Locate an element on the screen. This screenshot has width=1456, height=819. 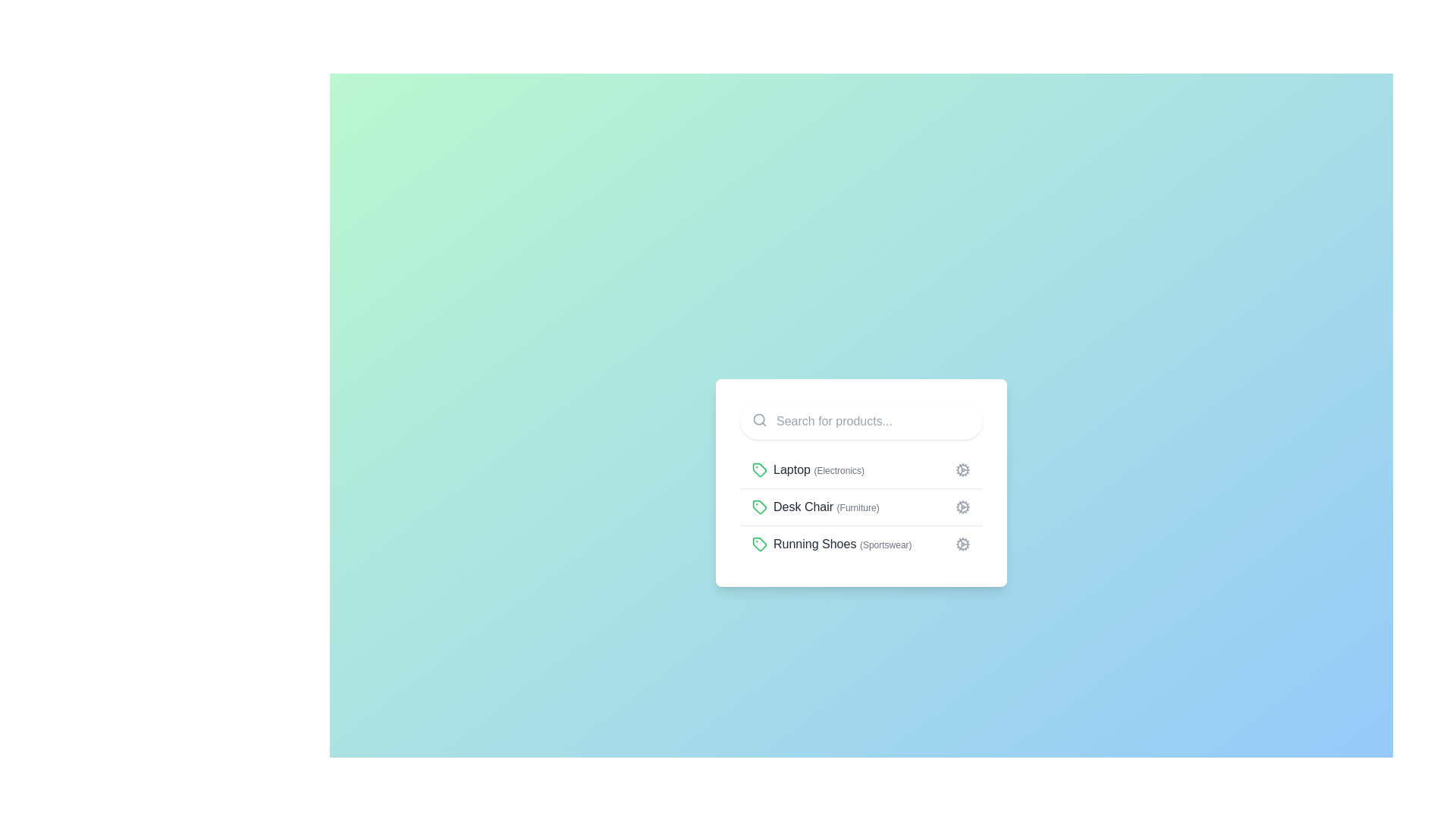
the text label that provides additional information about the 'Laptop' category, indicating its belonging to the 'Electronics' category is located at coordinates (838, 470).